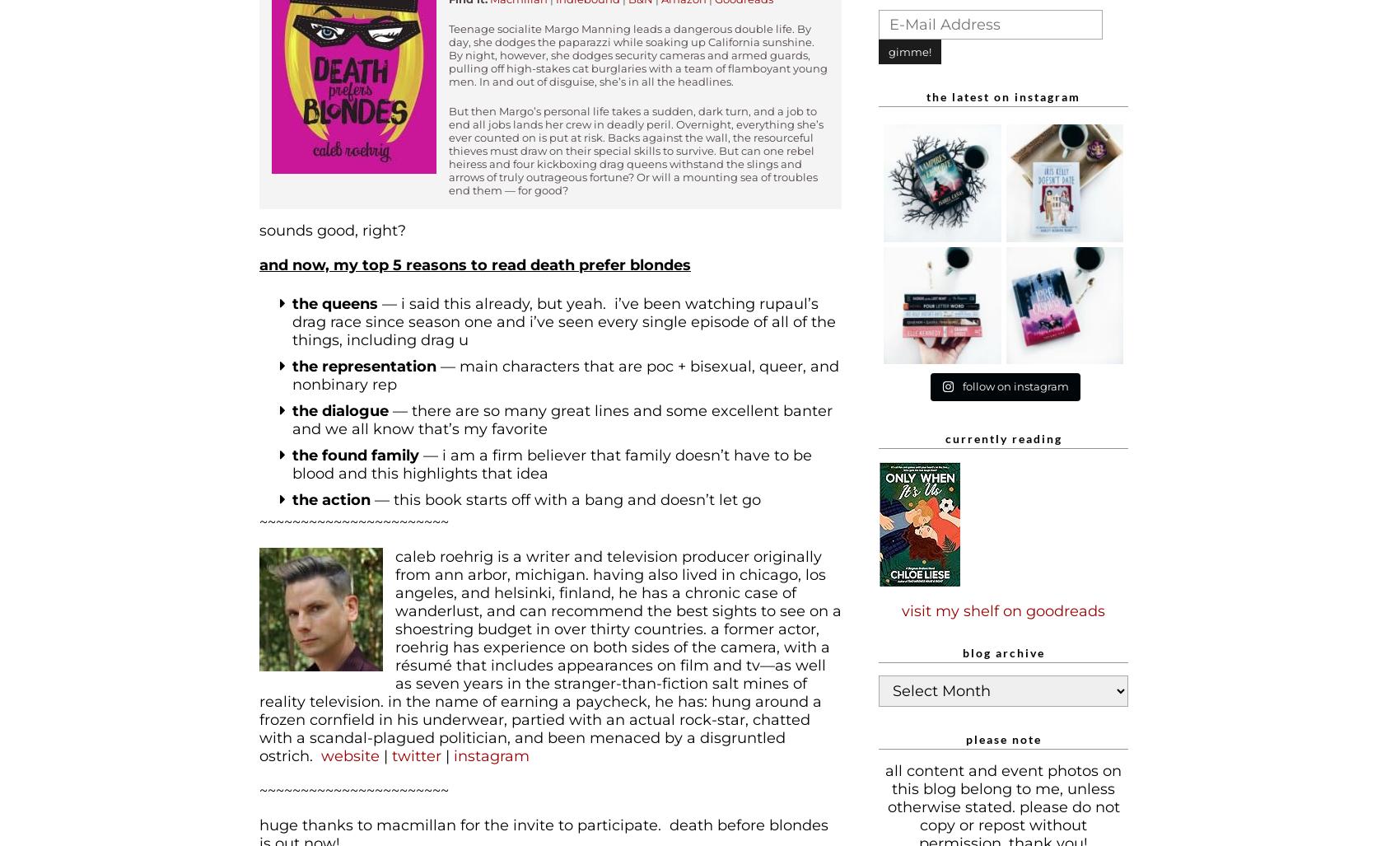  I want to click on 'visit my shelf on goodreads', so click(1002, 610).